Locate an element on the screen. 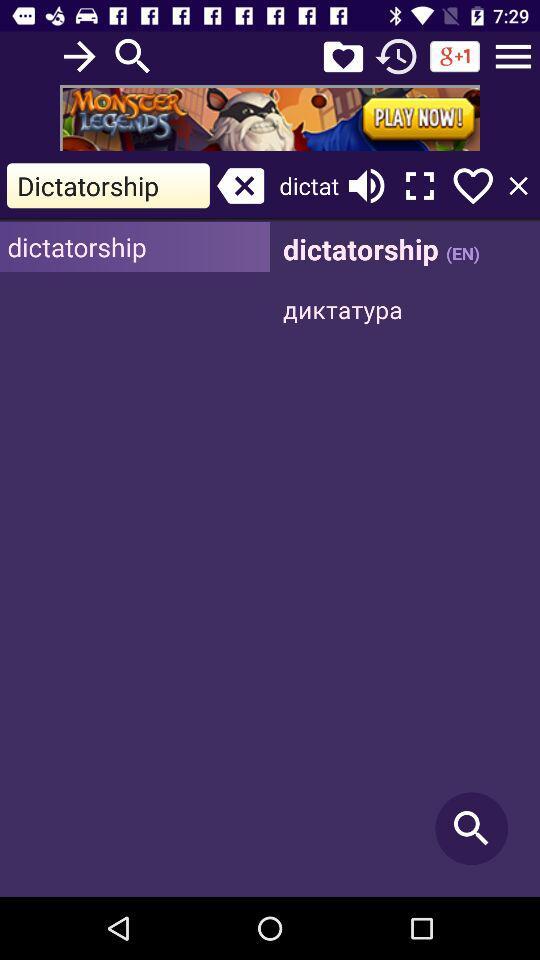 This screenshot has width=540, height=960. refresh is located at coordinates (396, 55).